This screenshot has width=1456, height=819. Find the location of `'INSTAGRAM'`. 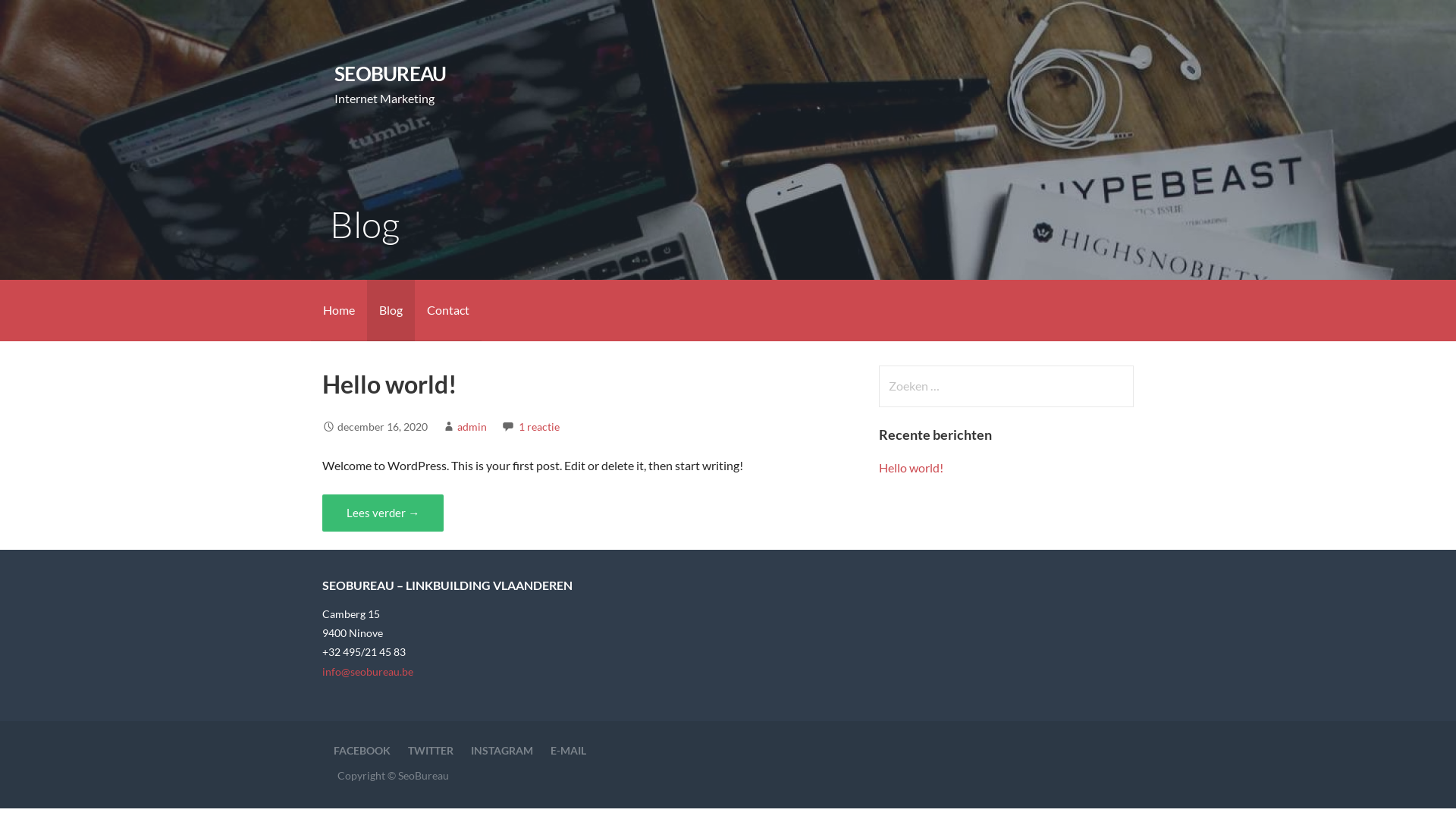

'INSTAGRAM' is located at coordinates (502, 749).